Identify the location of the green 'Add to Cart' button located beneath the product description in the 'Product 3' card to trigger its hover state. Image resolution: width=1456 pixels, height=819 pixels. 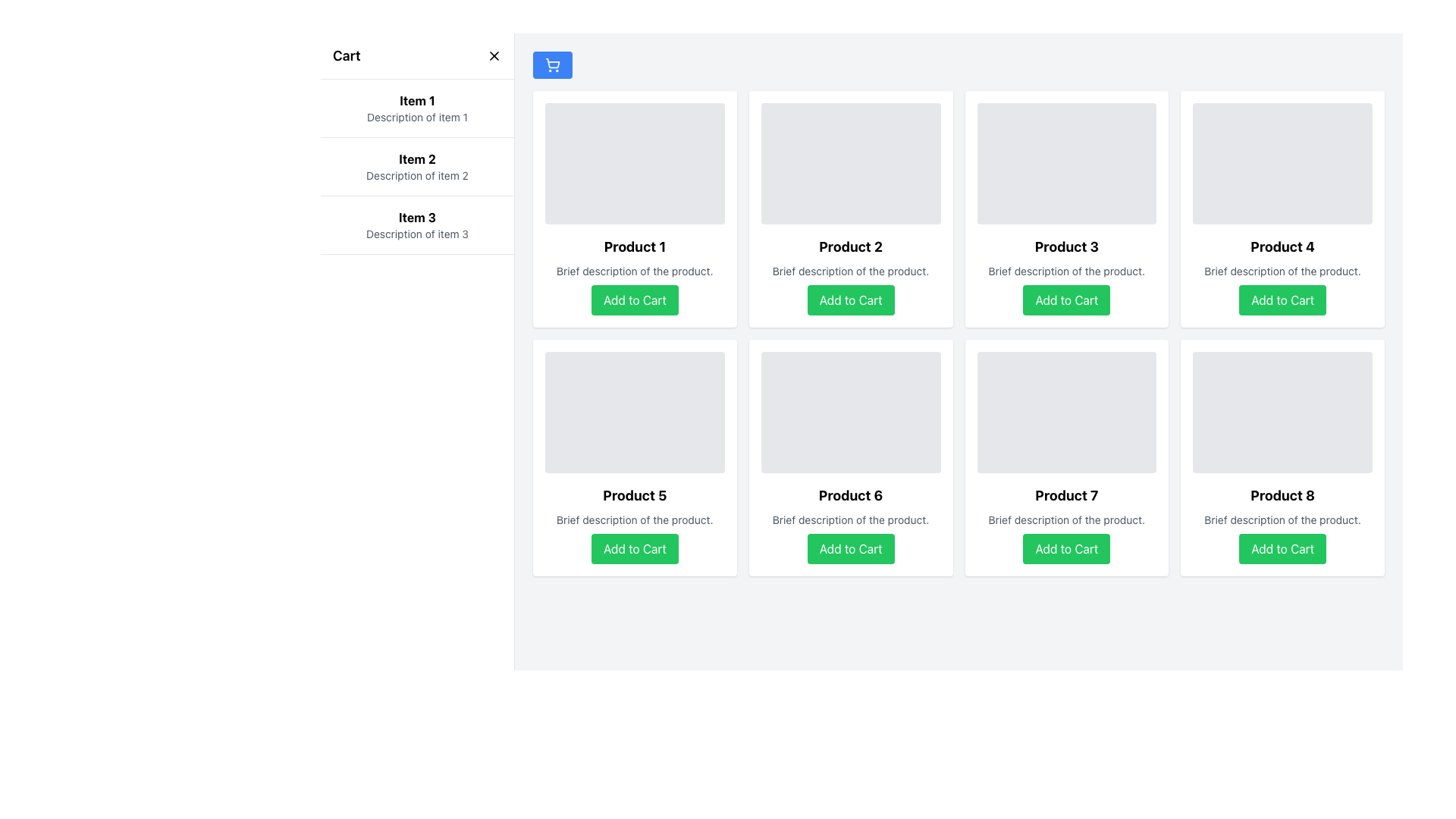
(1065, 300).